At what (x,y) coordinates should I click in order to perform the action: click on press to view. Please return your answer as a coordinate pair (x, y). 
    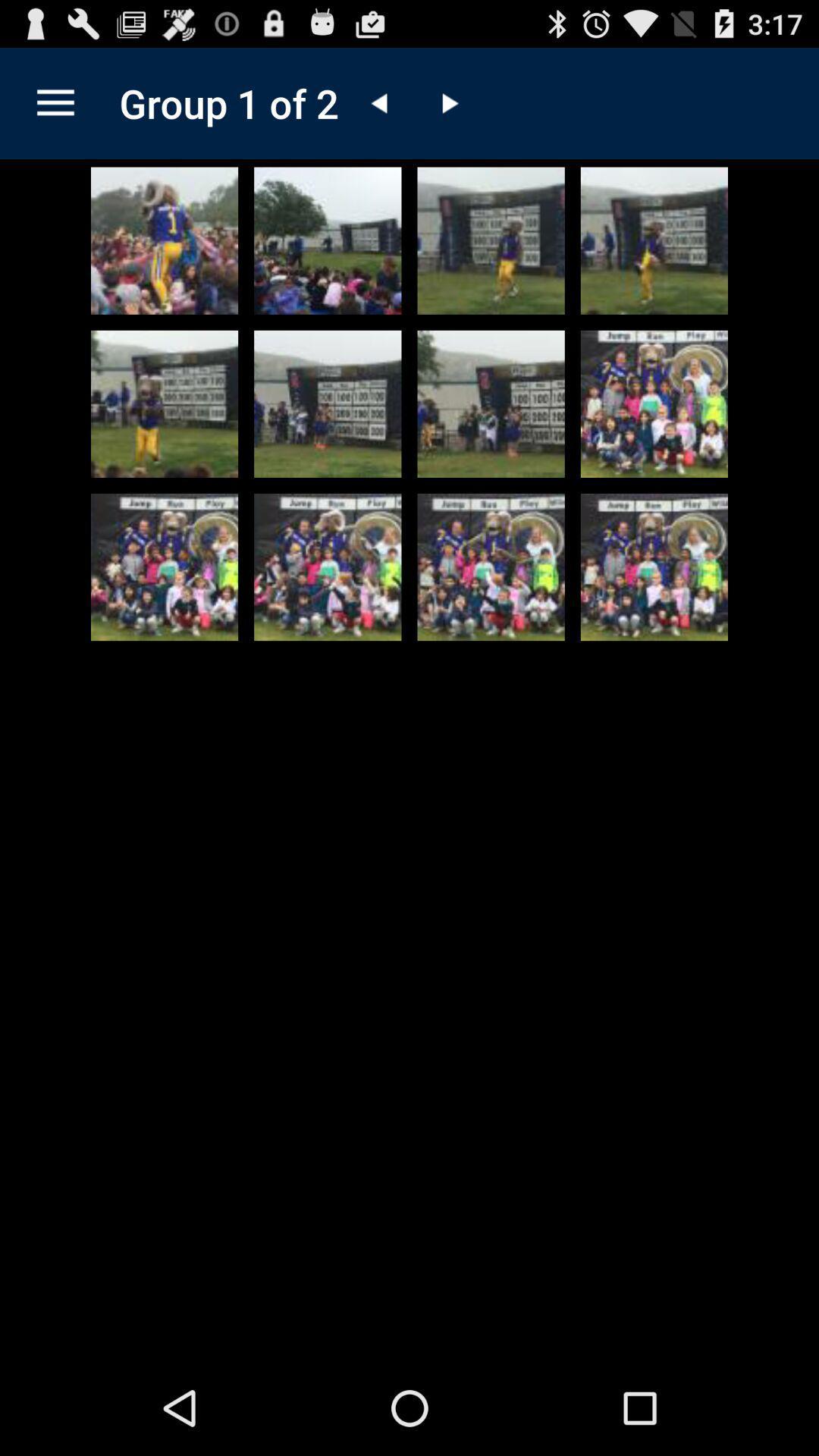
    Looking at the image, I should click on (653, 566).